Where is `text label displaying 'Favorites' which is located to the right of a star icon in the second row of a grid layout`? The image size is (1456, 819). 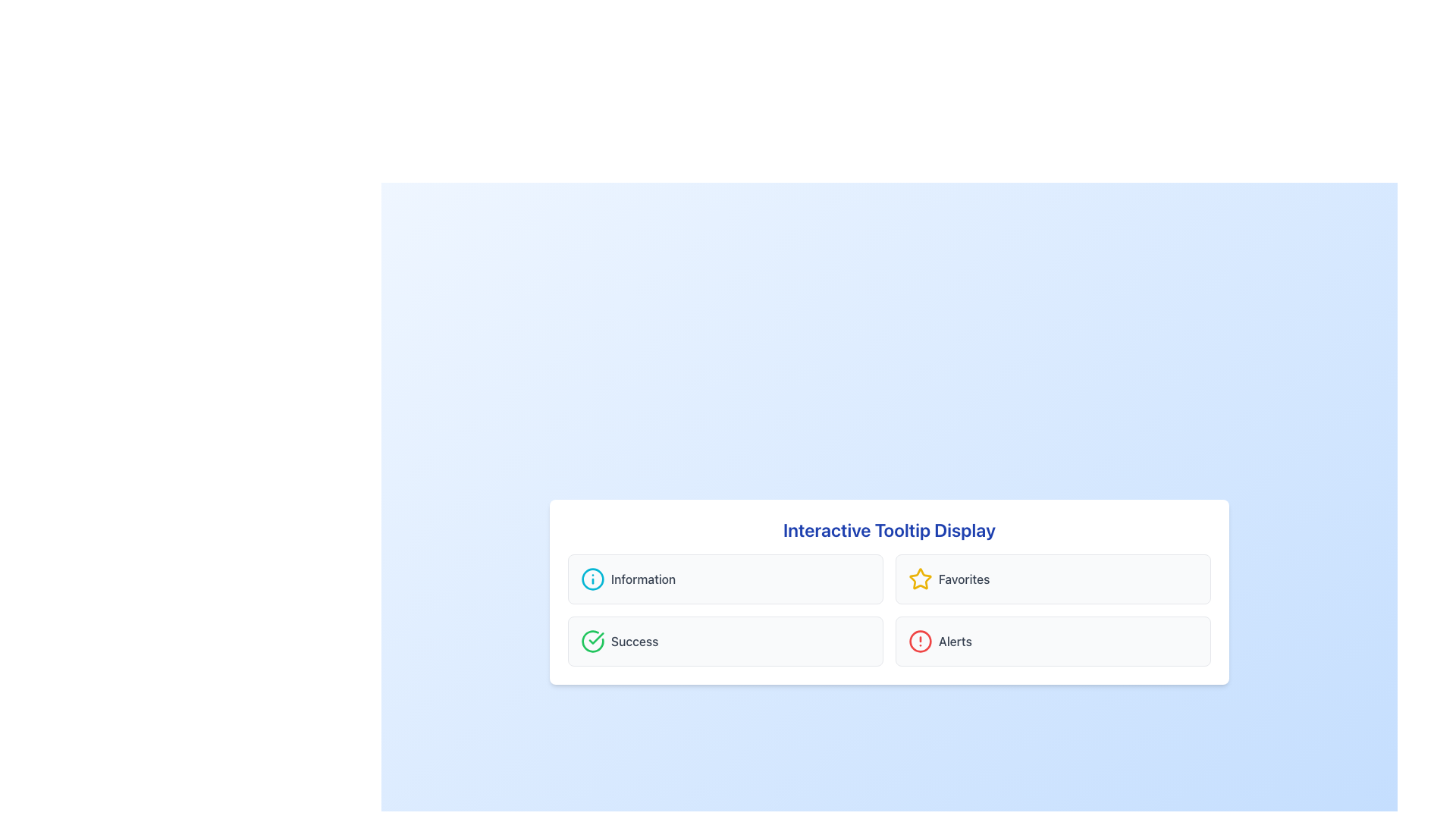
text label displaying 'Favorites' which is located to the right of a star icon in the second row of a grid layout is located at coordinates (963, 579).